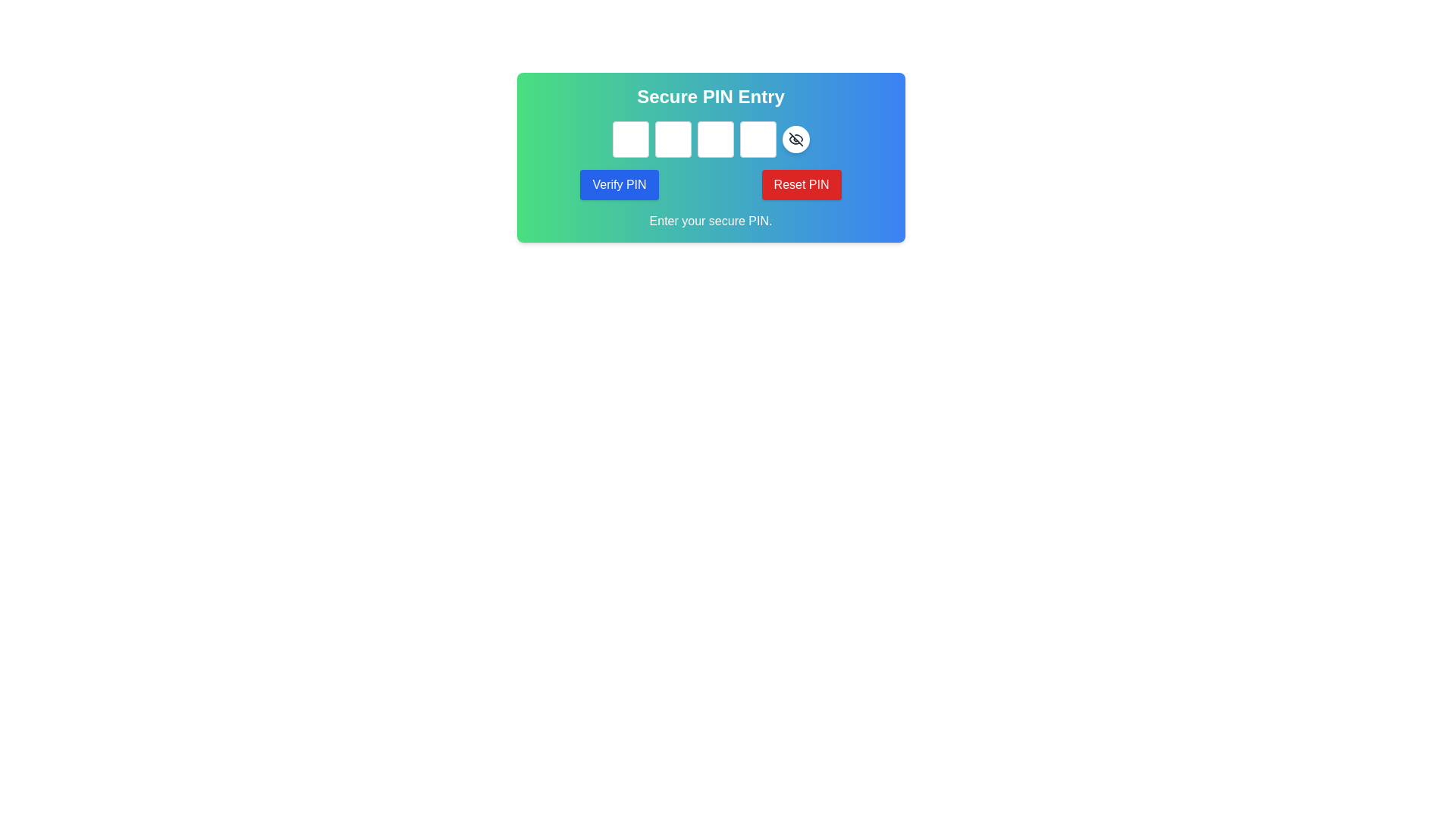  I want to click on the text label that instructs users to enter a secure PIN, located at the bottom center beneath the PIN input fields and buttons, so click(710, 221).